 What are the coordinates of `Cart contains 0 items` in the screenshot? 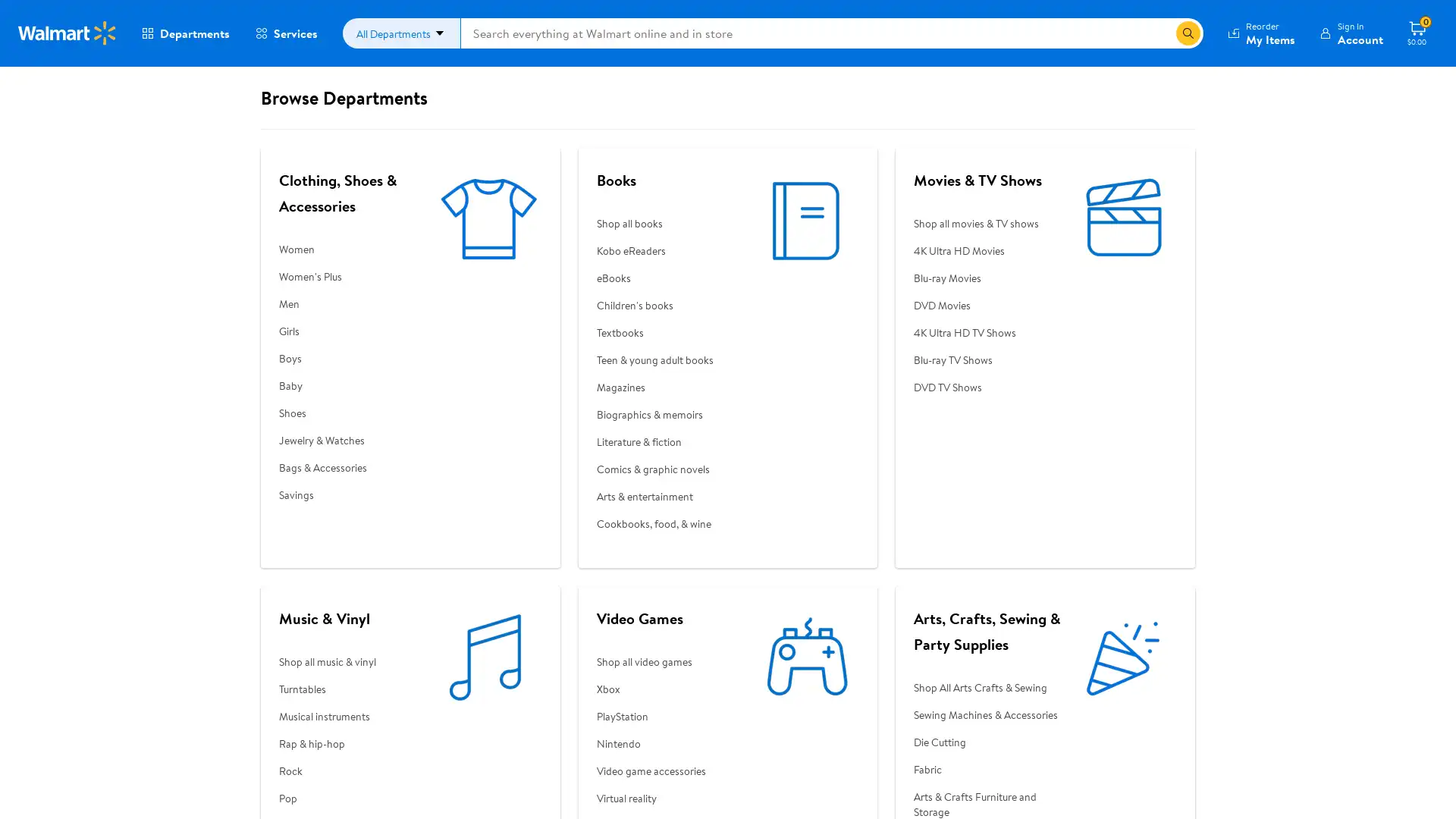 It's located at (1416, 33).